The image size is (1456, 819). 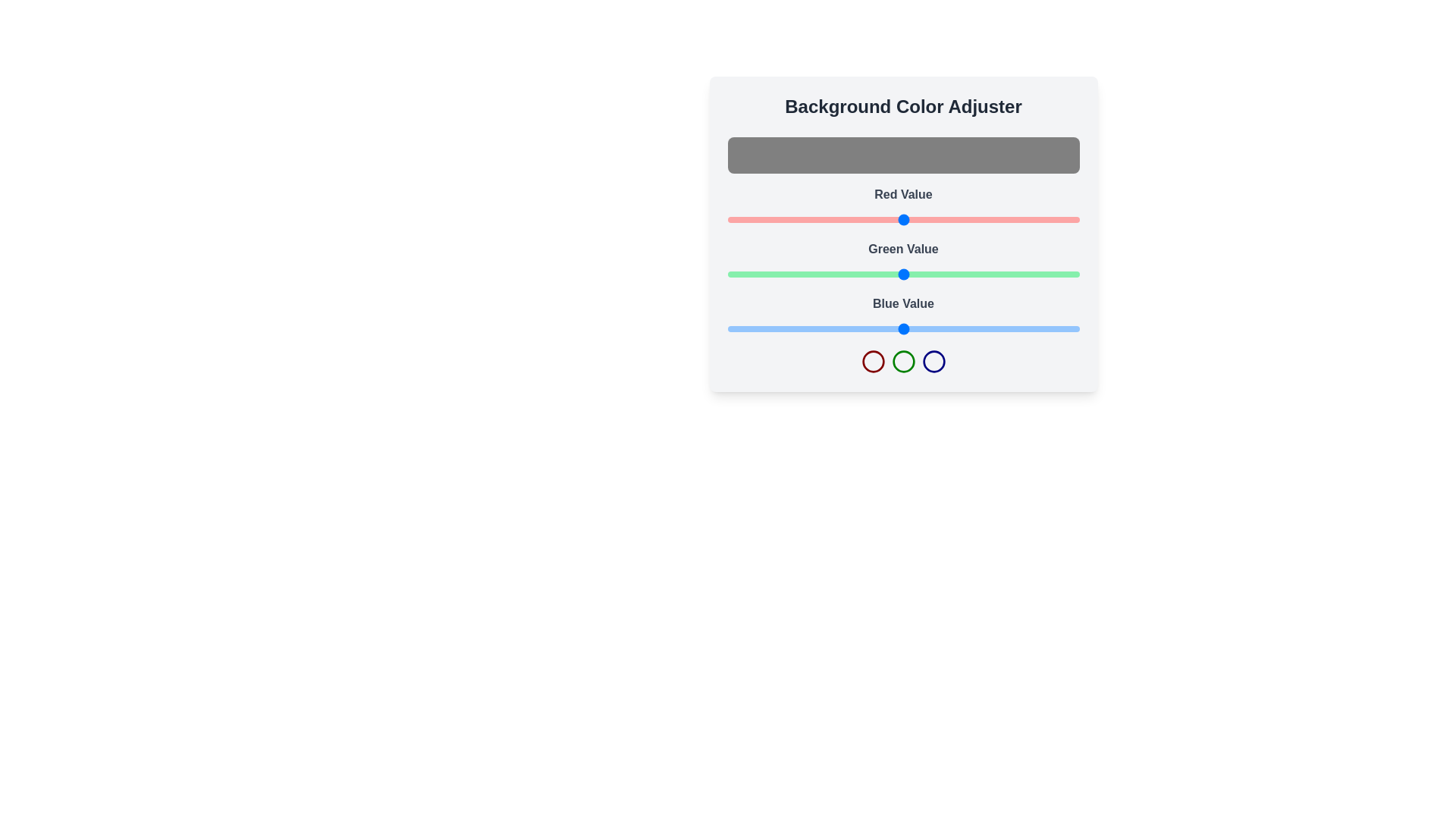 What do you see at coordinates (935, 328) in the screenshot?
I see `the blue slider to set the blue value to 151` at bounding box center [935, 328].